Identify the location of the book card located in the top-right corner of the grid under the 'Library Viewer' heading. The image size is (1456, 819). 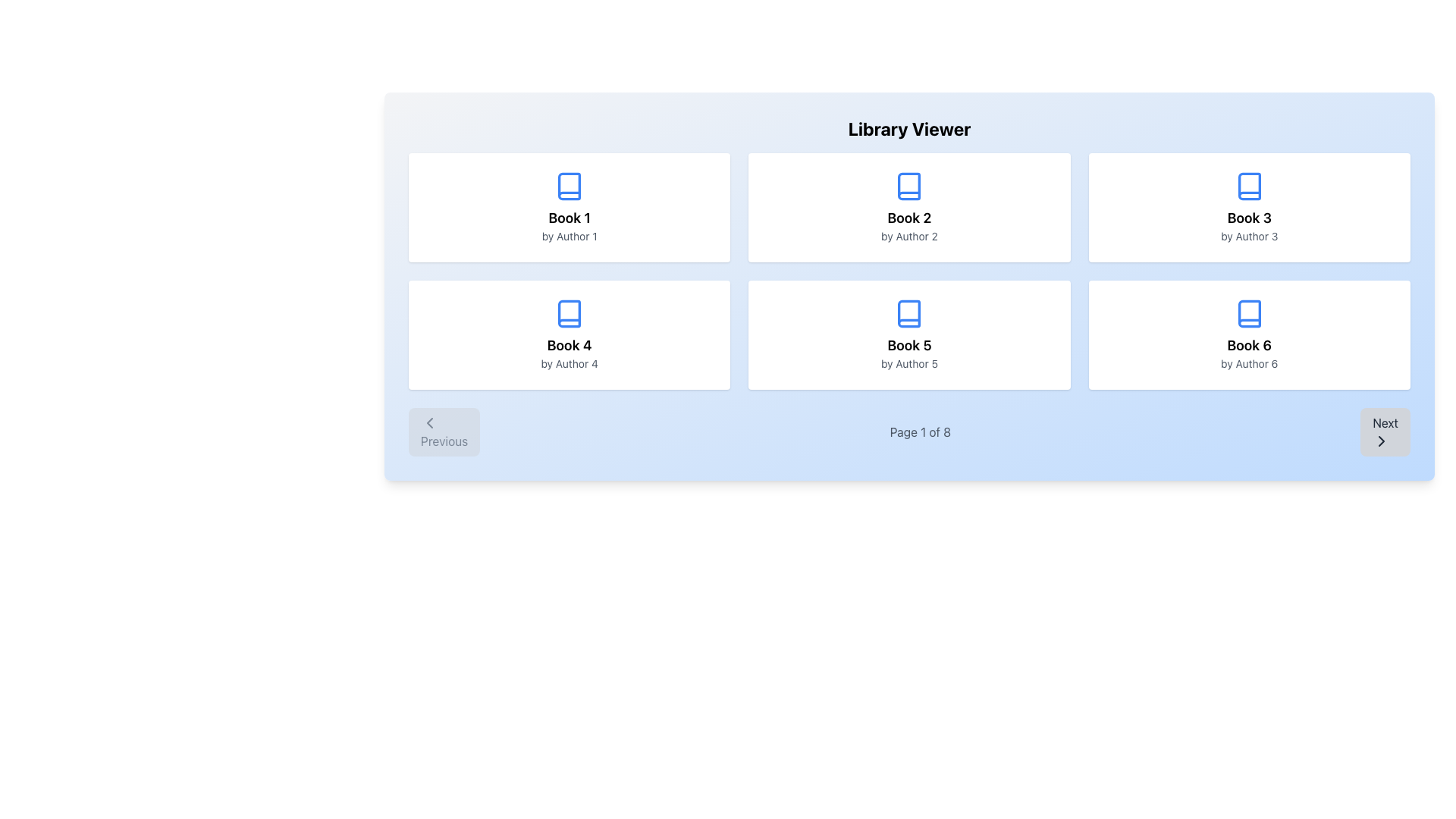
(1249, 207).